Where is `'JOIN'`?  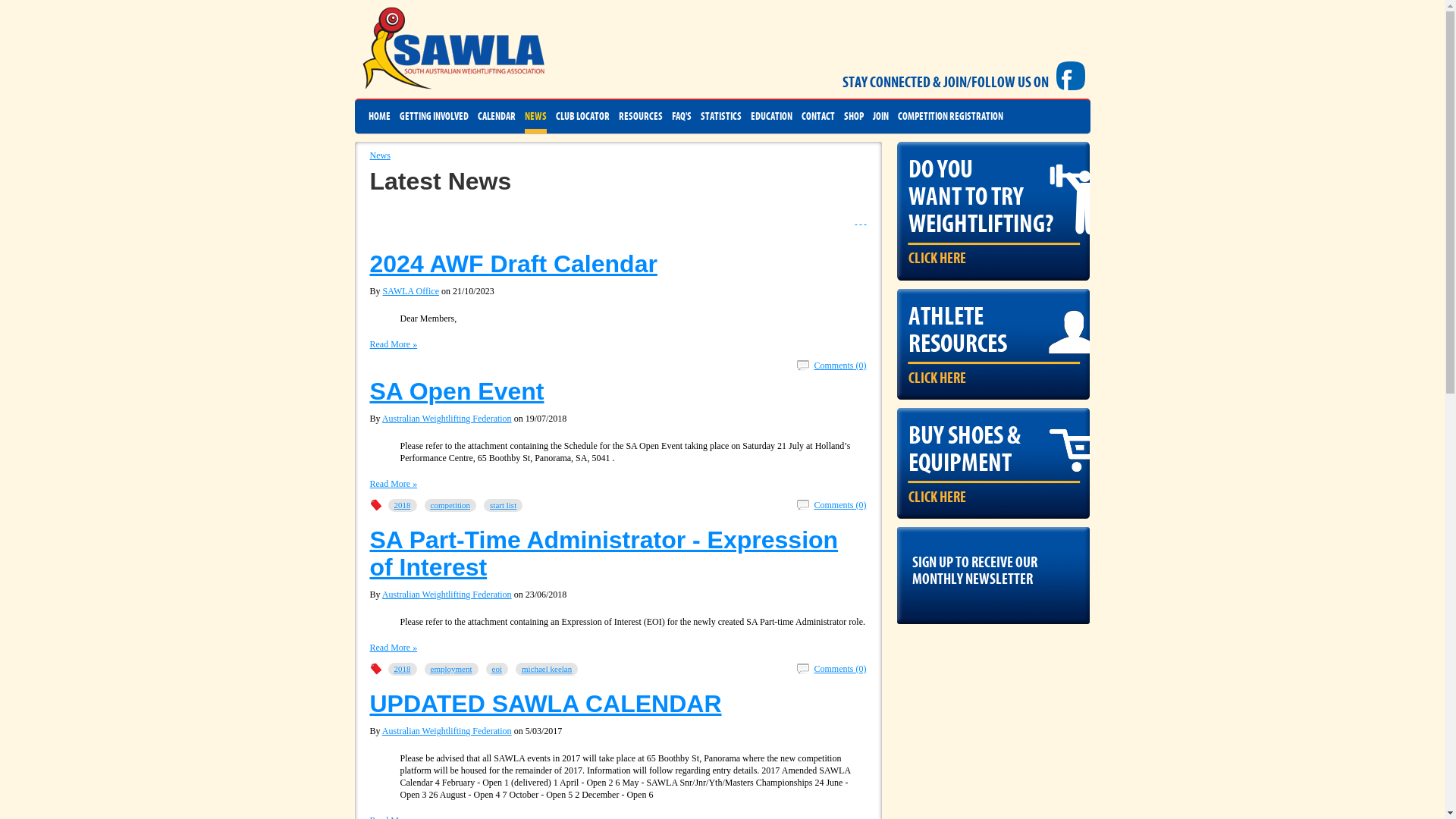
'JOIN' is located at coordinates (880, 116).